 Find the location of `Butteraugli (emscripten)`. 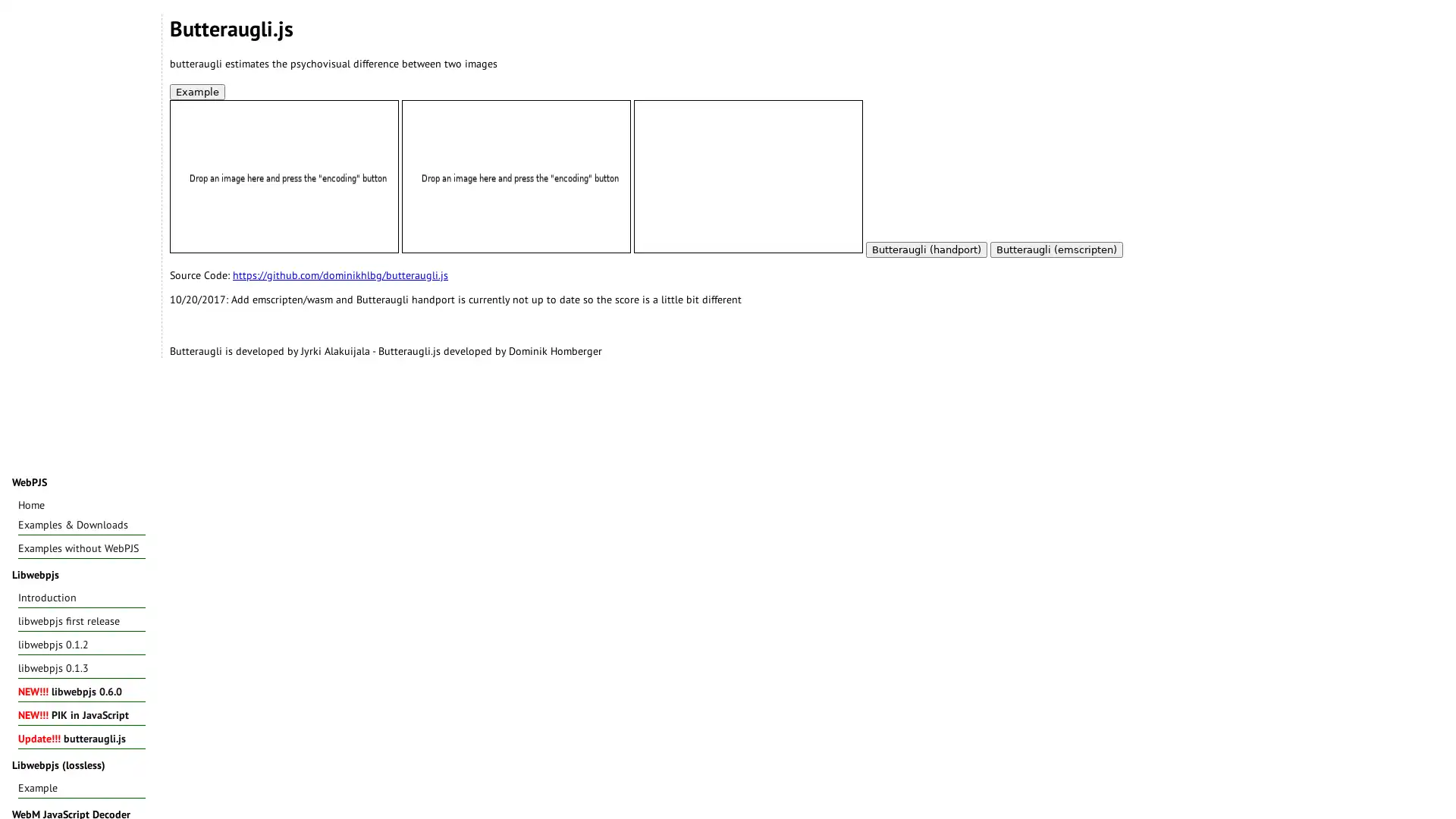

Butteraugli (emscripten) is located at coordinates (1056, 248).